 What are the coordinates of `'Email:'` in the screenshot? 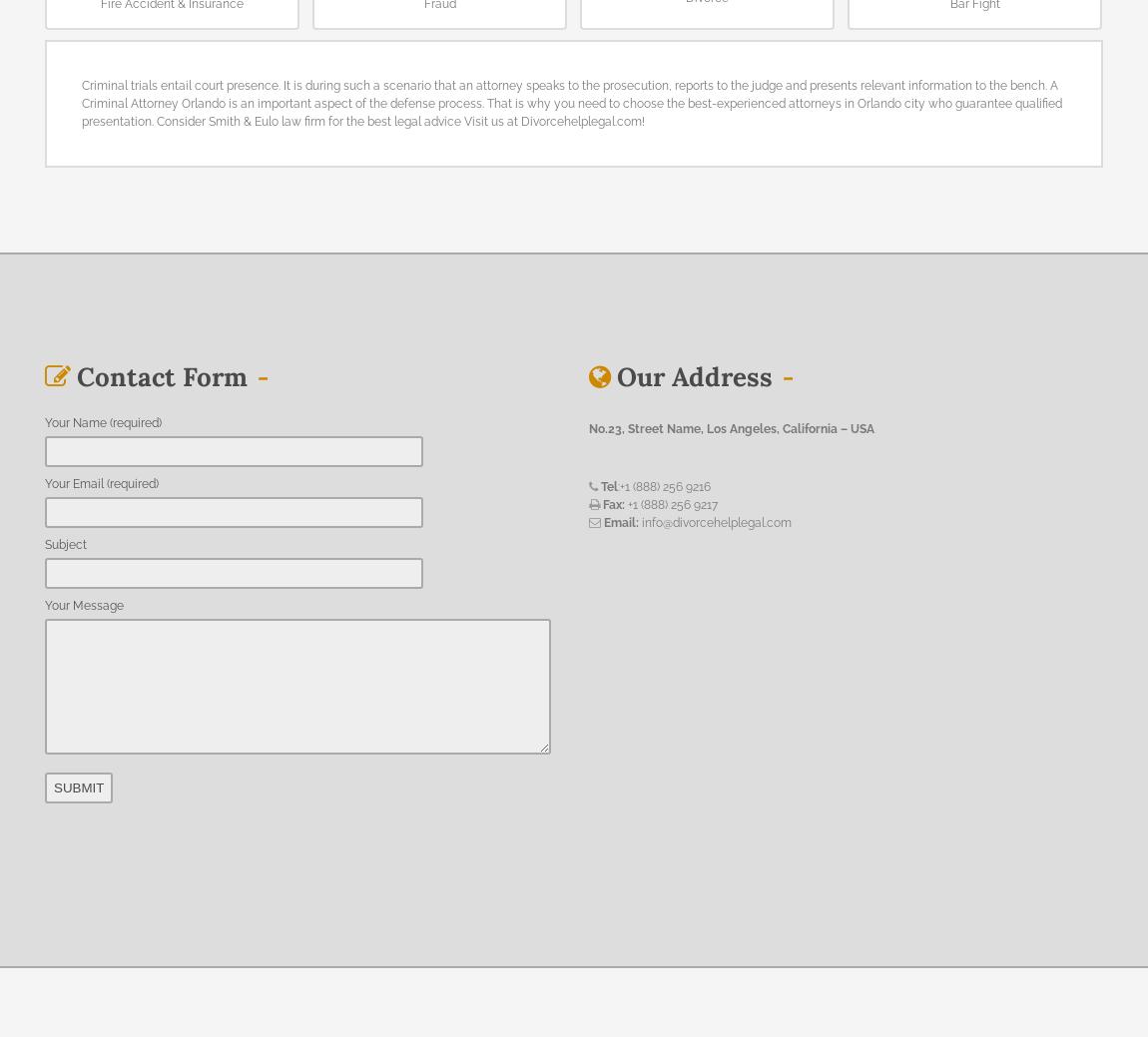 It's located at (620, 522).